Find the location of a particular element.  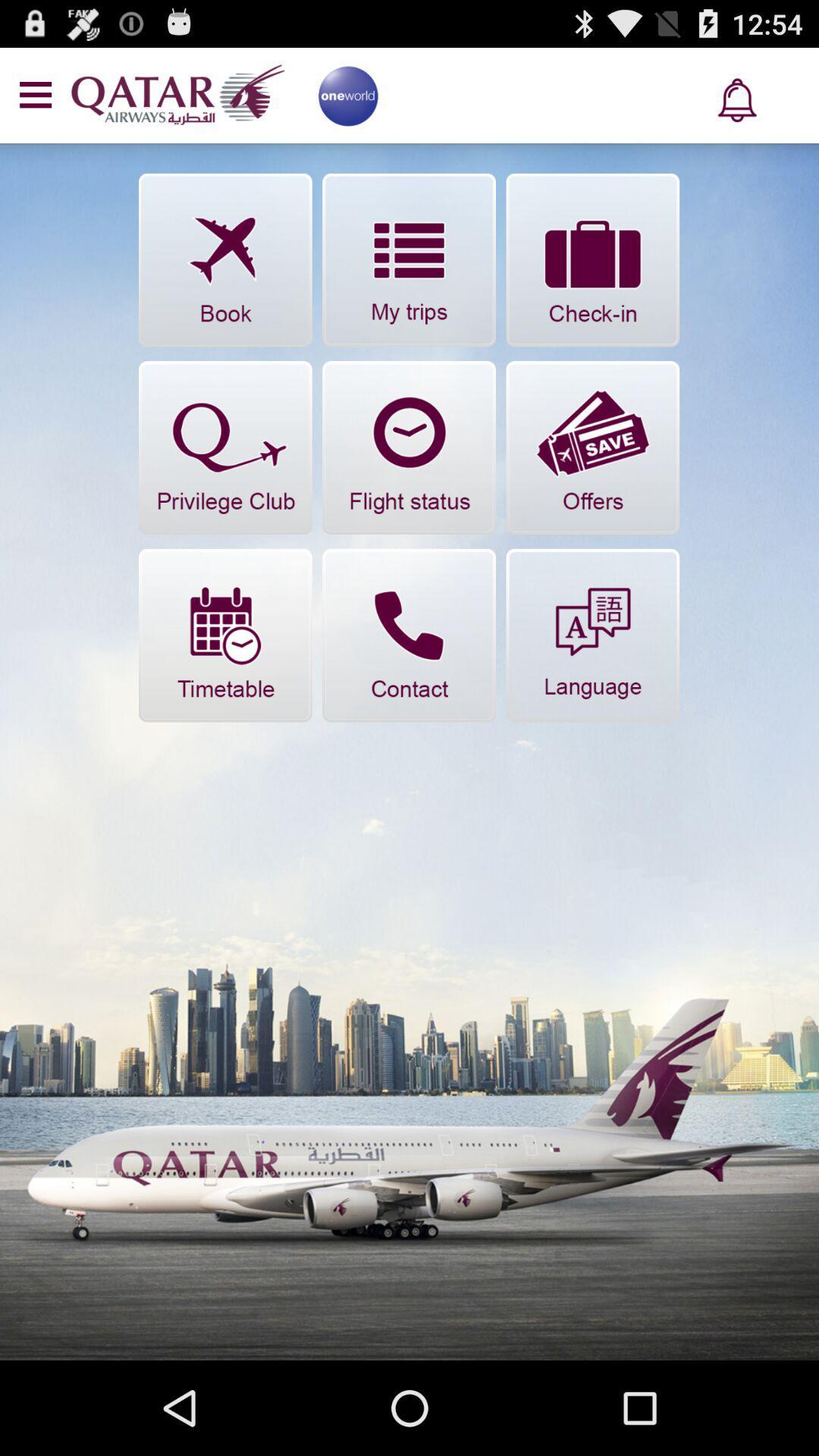

privilege club is located at coordinates (225, 447).